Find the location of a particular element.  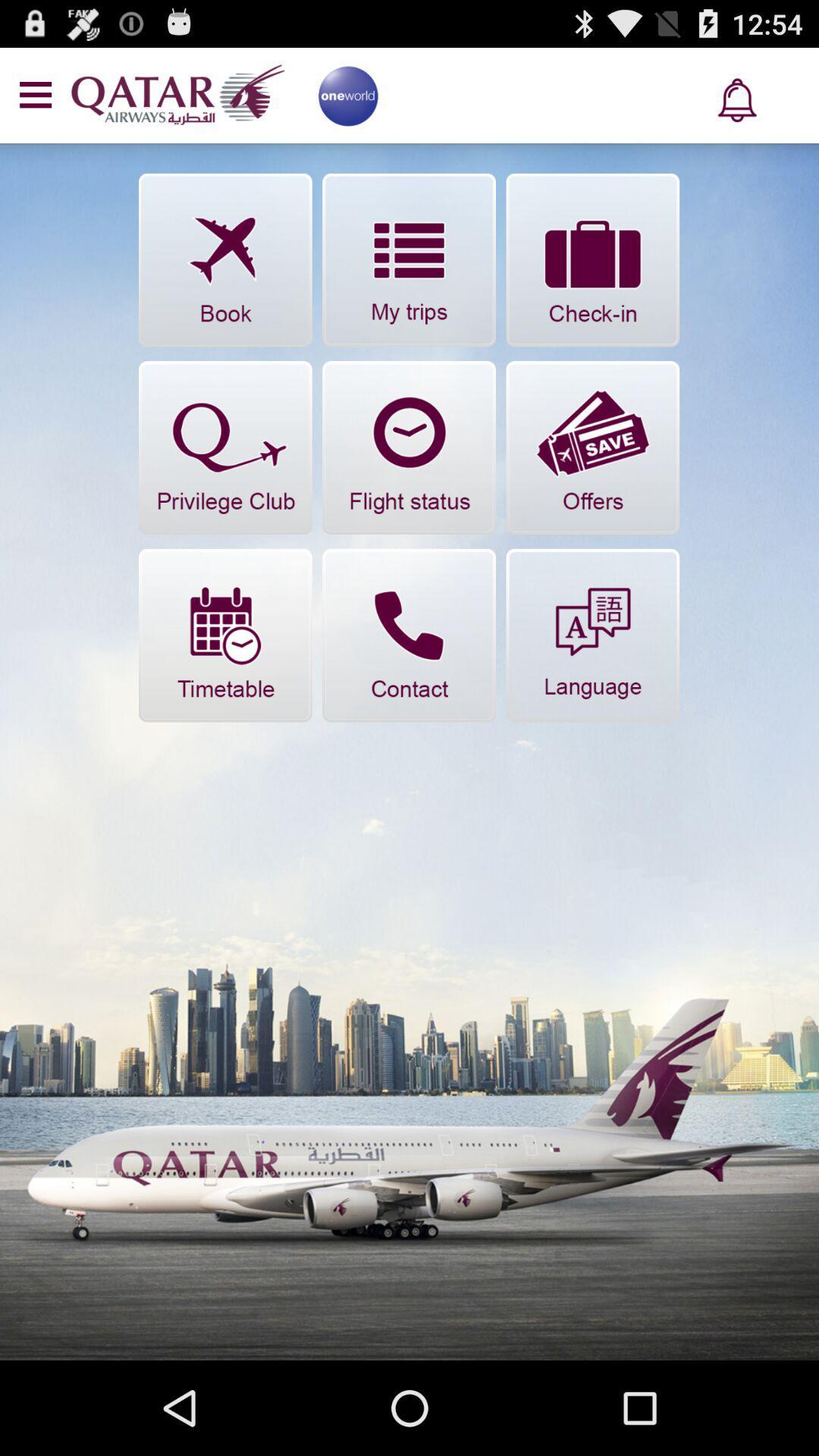

privilege club is located at coordinates (225, 447).